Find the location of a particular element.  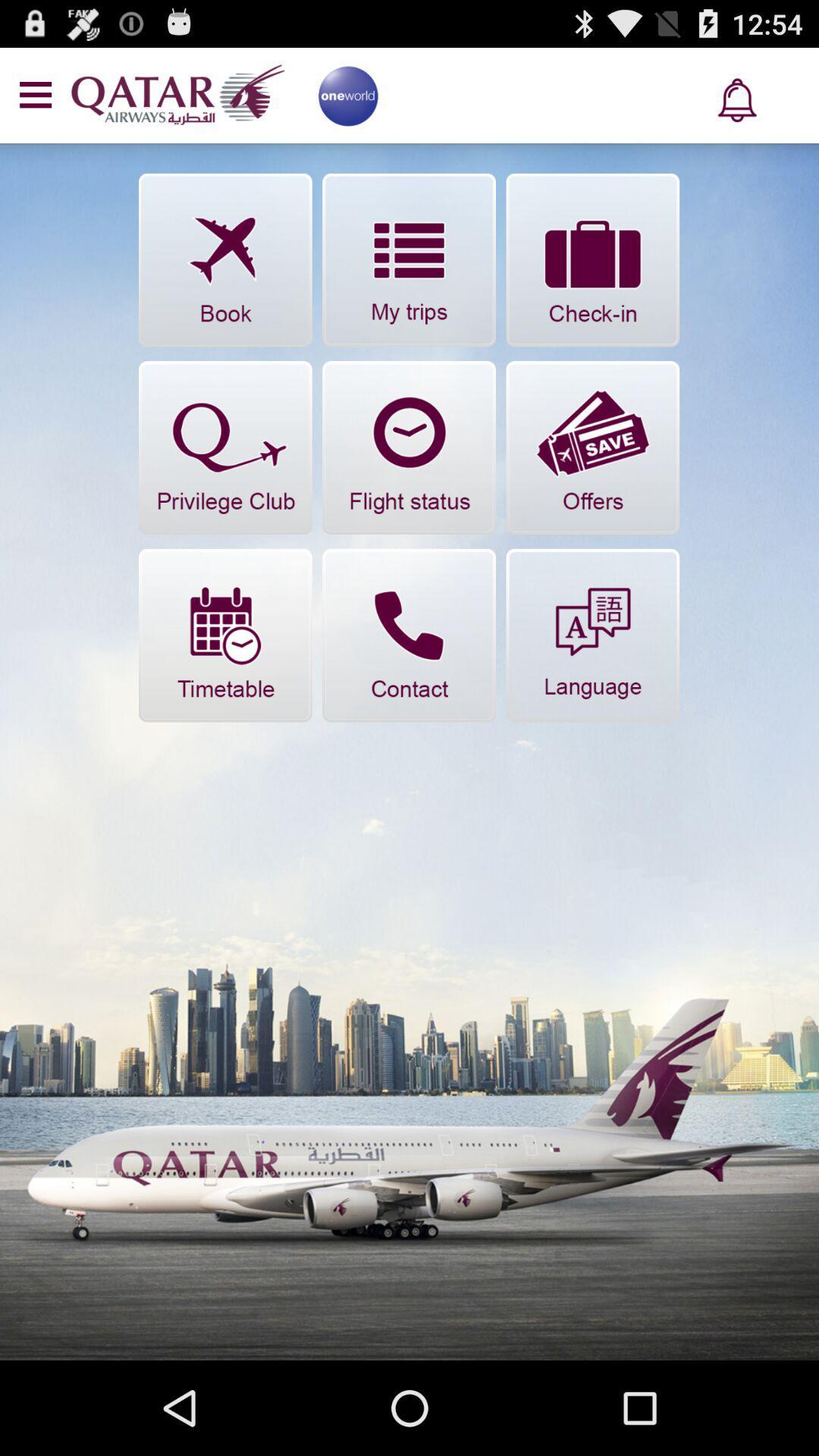

privilege club is located at coordinates (225, 447).